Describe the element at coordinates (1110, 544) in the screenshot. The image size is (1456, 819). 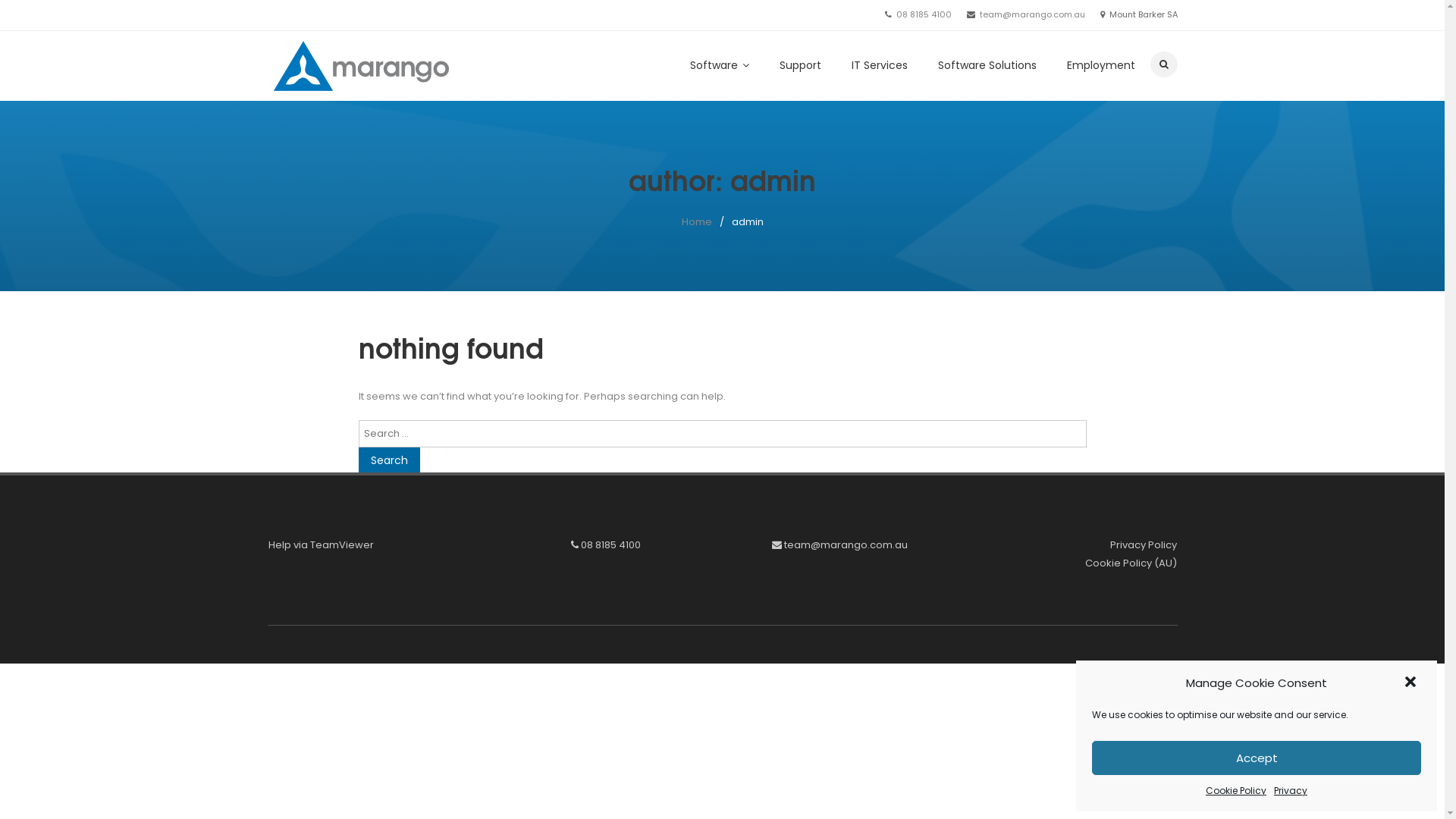
I see `'Privacy Policy'` at that location.